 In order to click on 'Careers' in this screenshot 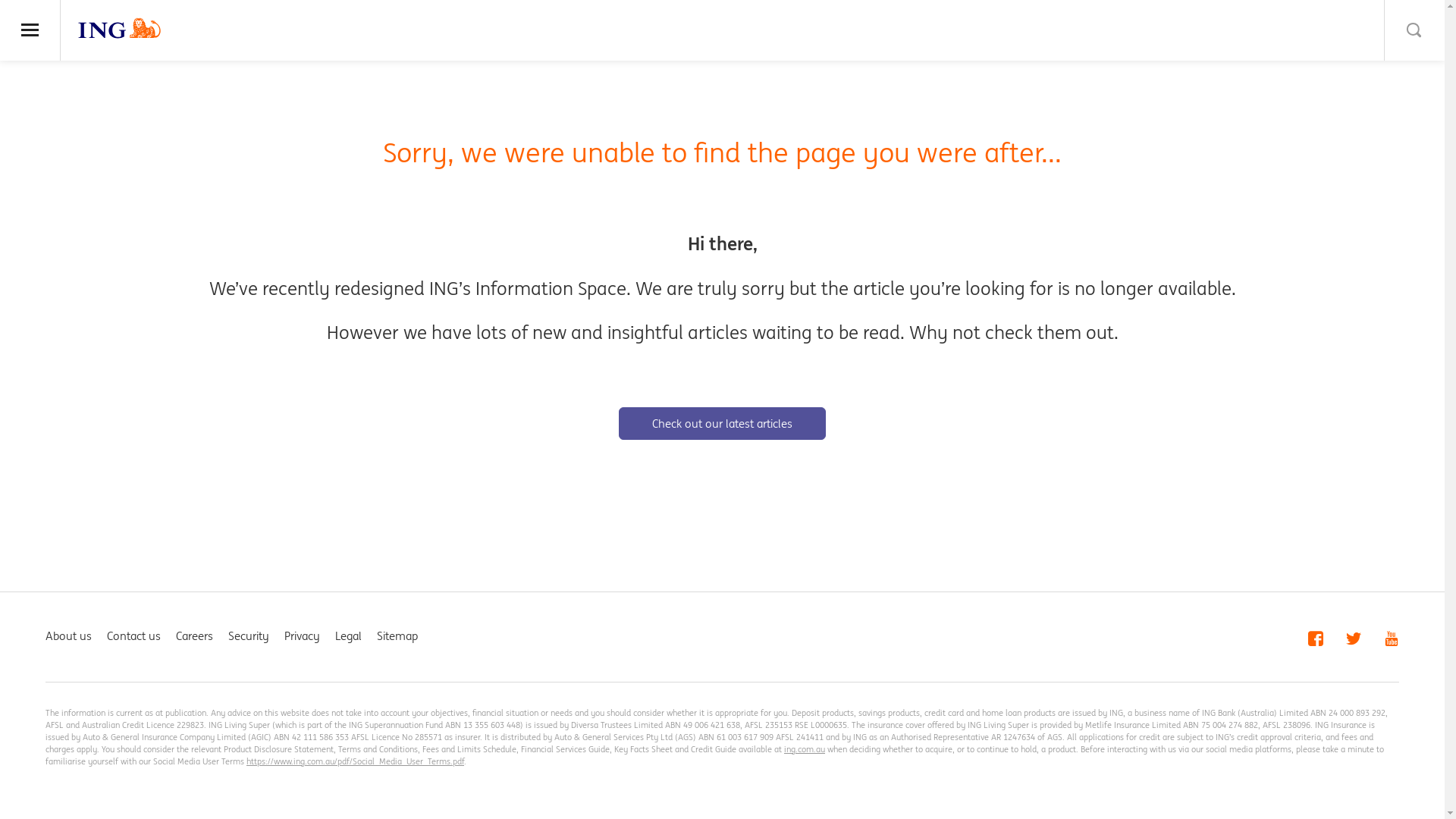, I will do `click(193, 635)`.